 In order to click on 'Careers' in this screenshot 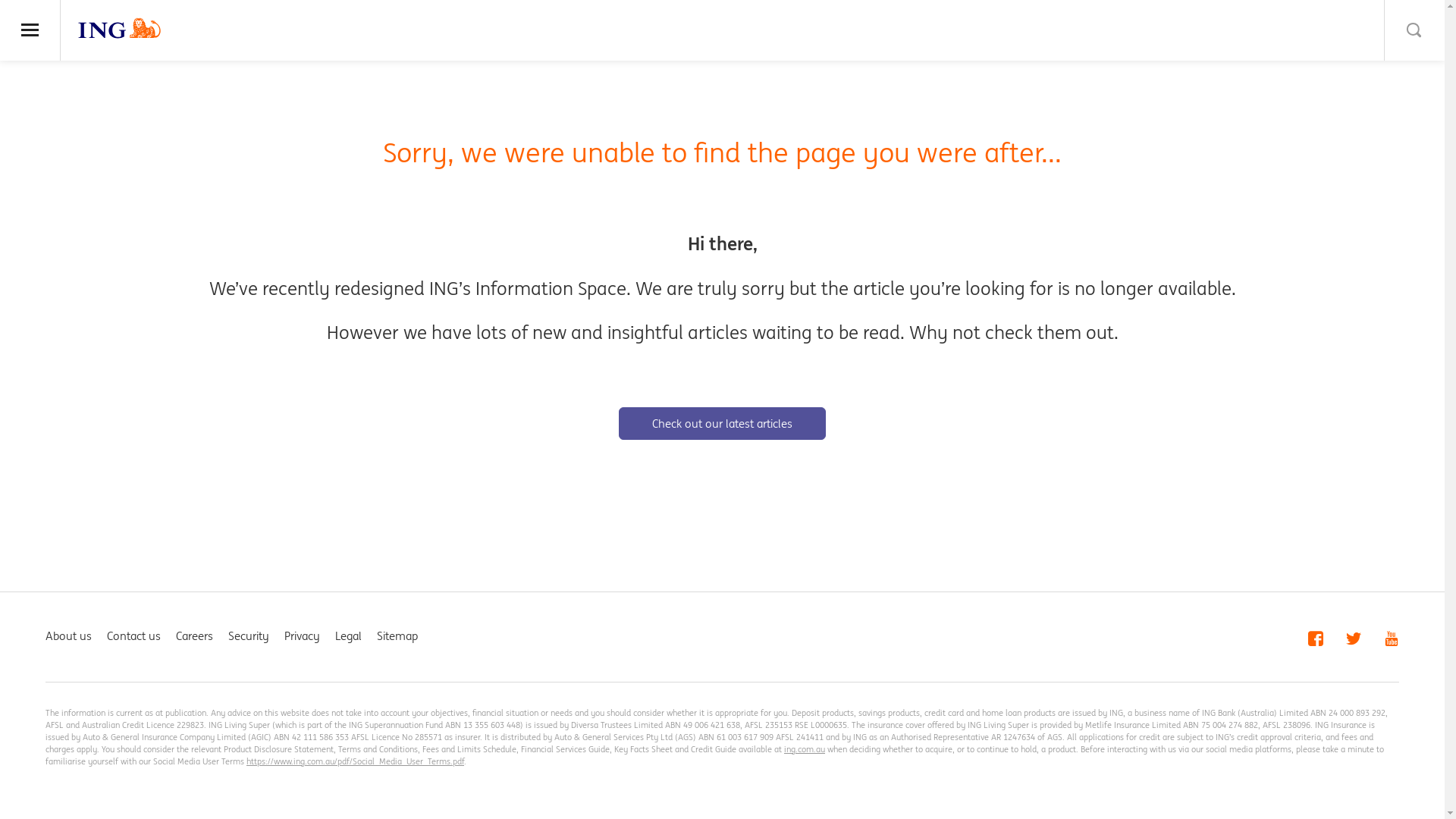, I will do `click(193, 635)`.